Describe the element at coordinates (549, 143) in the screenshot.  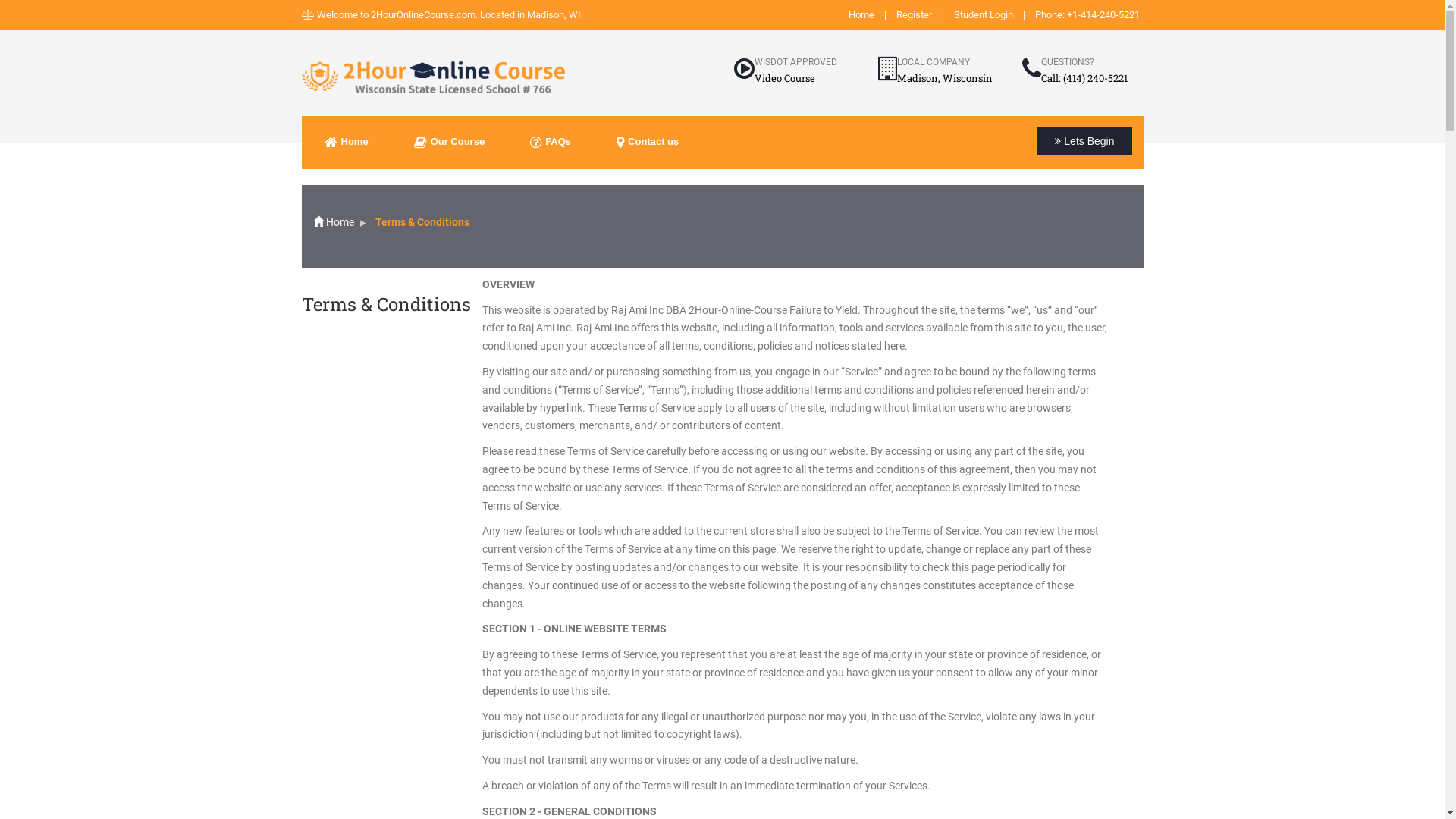
I see `'FAQs'` at that location.